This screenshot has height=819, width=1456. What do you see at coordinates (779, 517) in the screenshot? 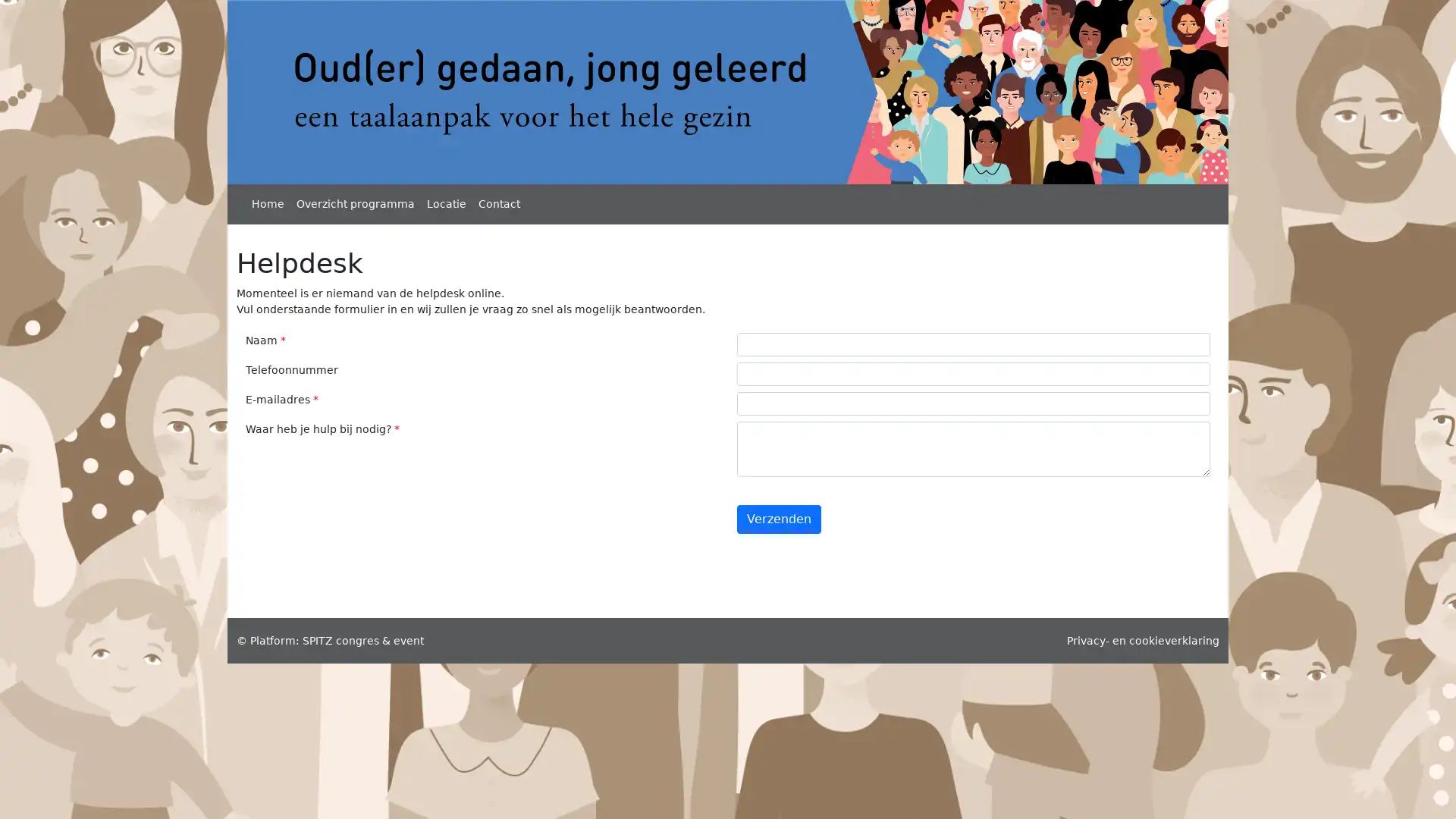
I see `Verzenden` at bounding box center [779, 517].